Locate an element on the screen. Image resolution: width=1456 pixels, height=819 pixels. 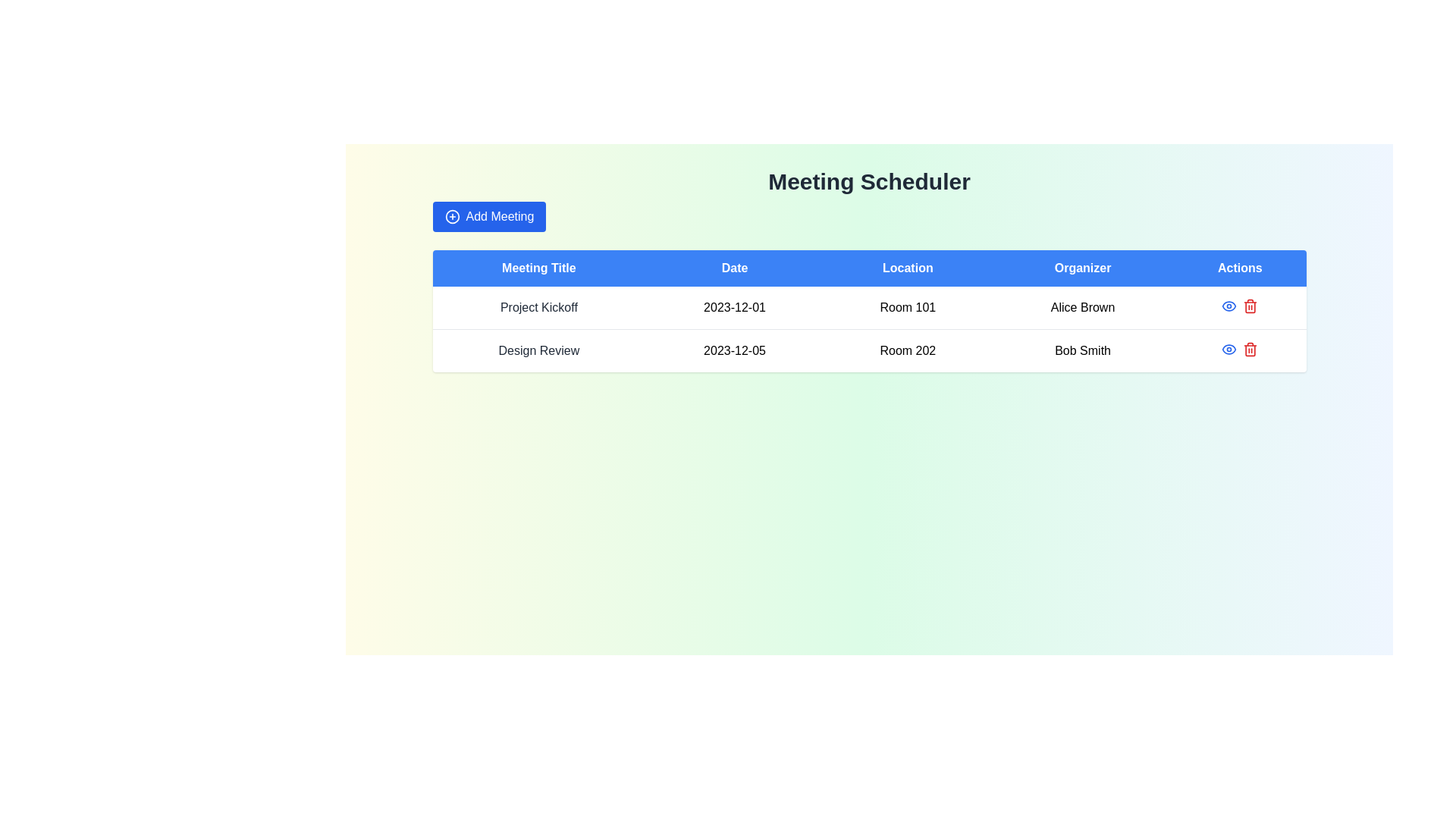
the blue rectangular button labeled 'Location', which is the third header item in the table layout, positioned between 'Date' and 'Organizer' is located at coordinates (908, 268).